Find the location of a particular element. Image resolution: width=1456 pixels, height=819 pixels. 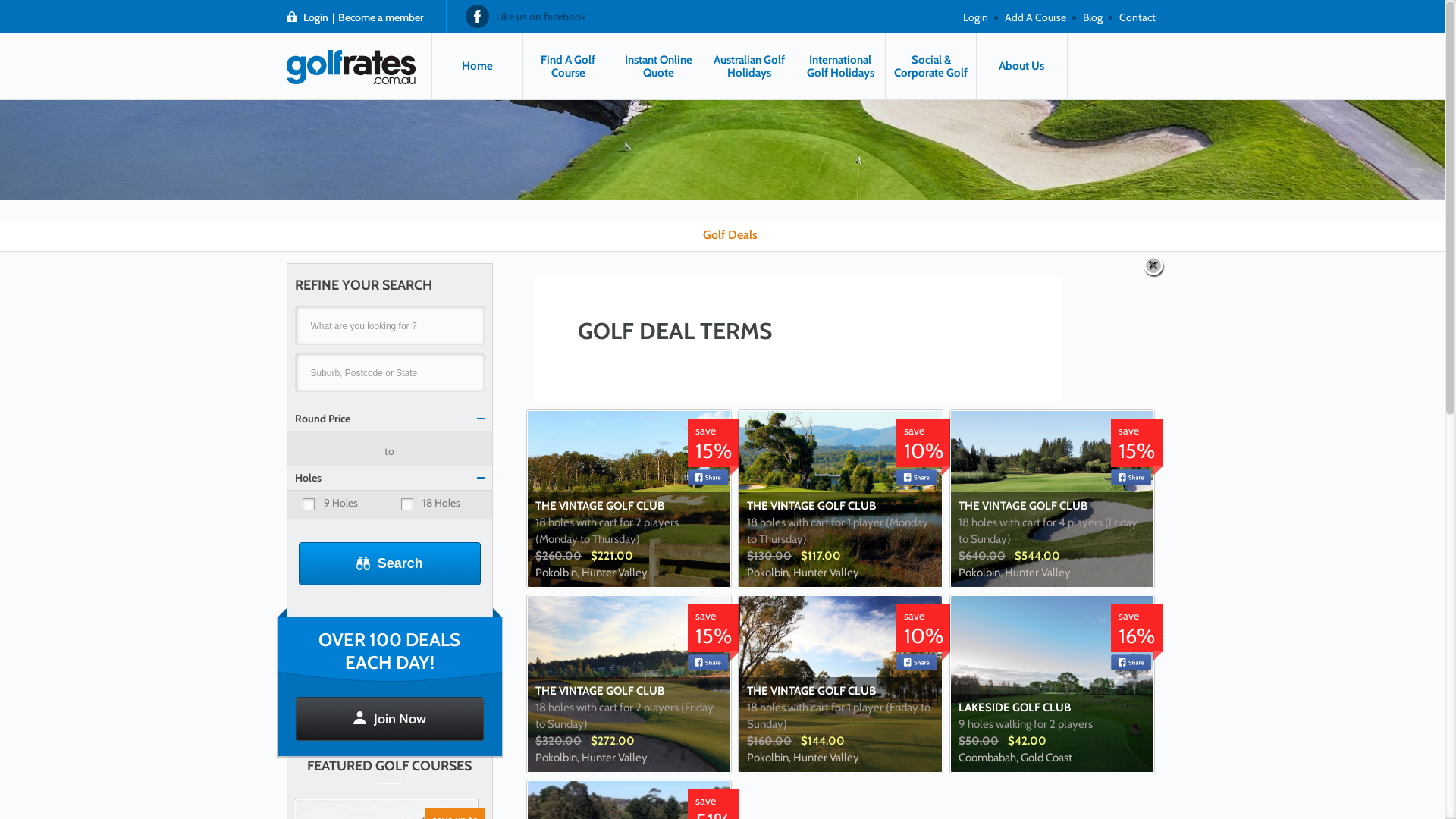

'Contact' is located at coordinates (1137, 15).